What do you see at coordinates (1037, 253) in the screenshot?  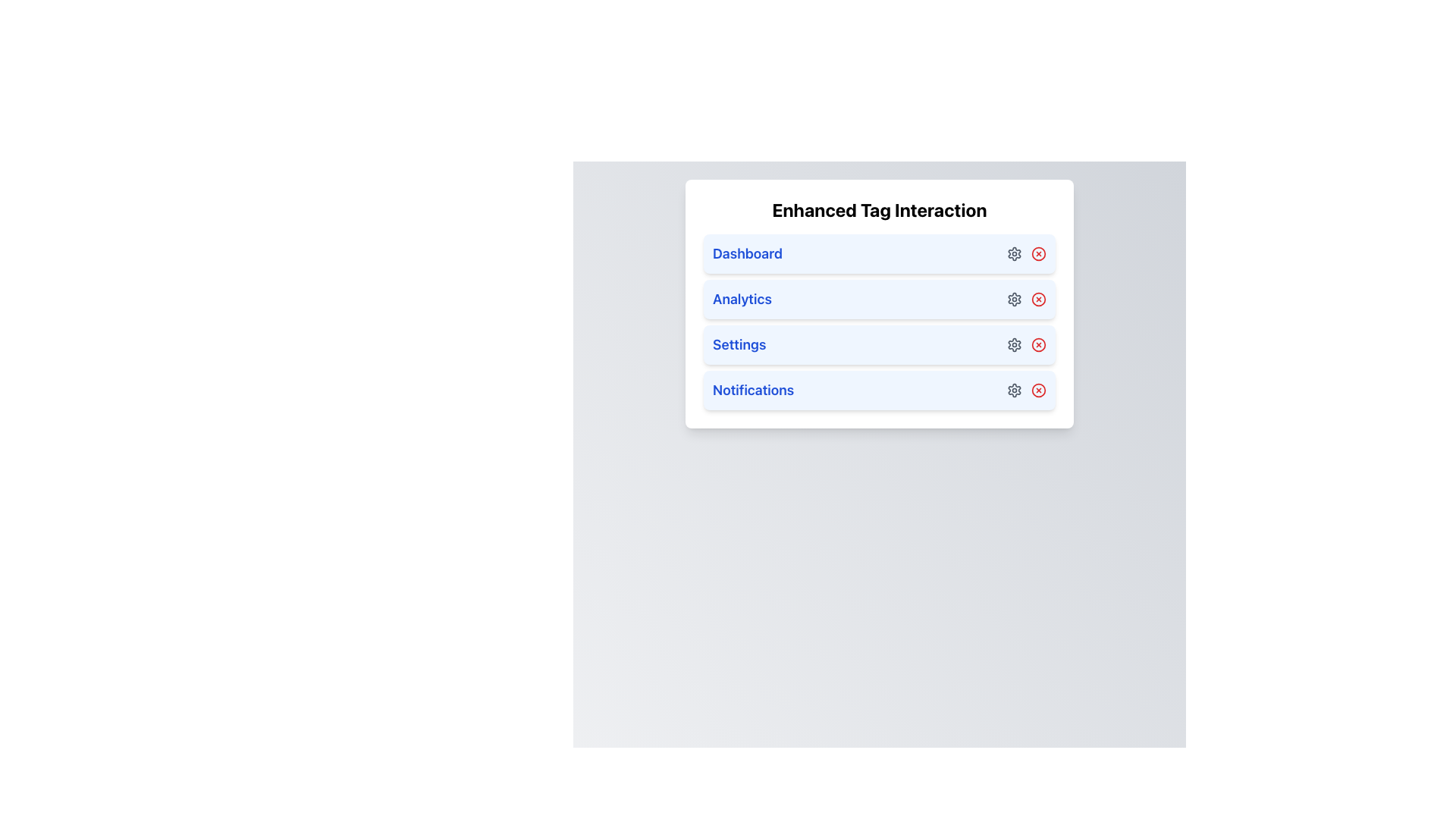 I see `the delete button located at the right end of the row labeled 'Dashboard' in the 'Enhanced Tag Interaction' list` at bounding box center [1037, 253].